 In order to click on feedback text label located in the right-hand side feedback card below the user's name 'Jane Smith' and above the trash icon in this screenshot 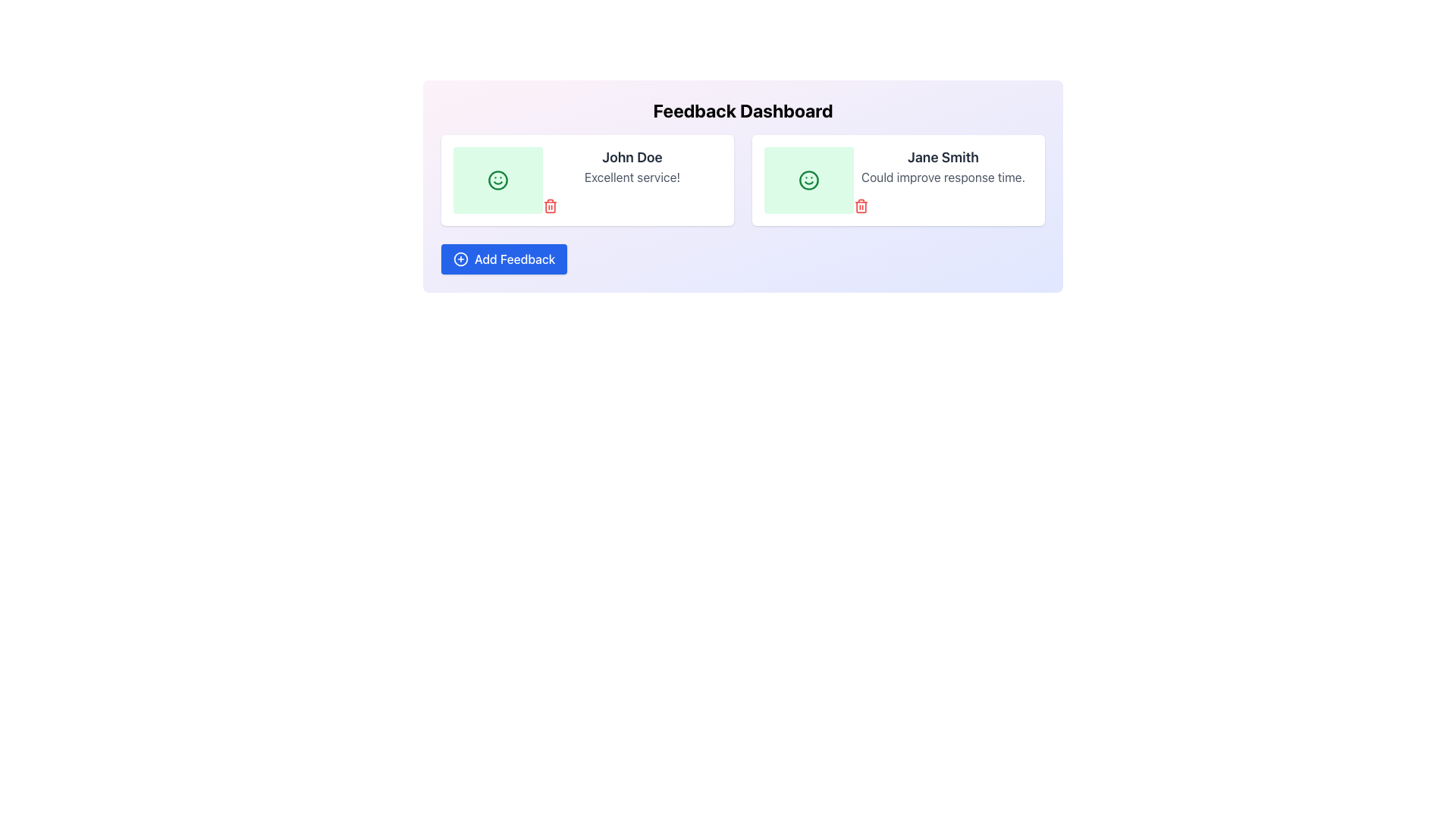, I will do `click(942, 177)`.